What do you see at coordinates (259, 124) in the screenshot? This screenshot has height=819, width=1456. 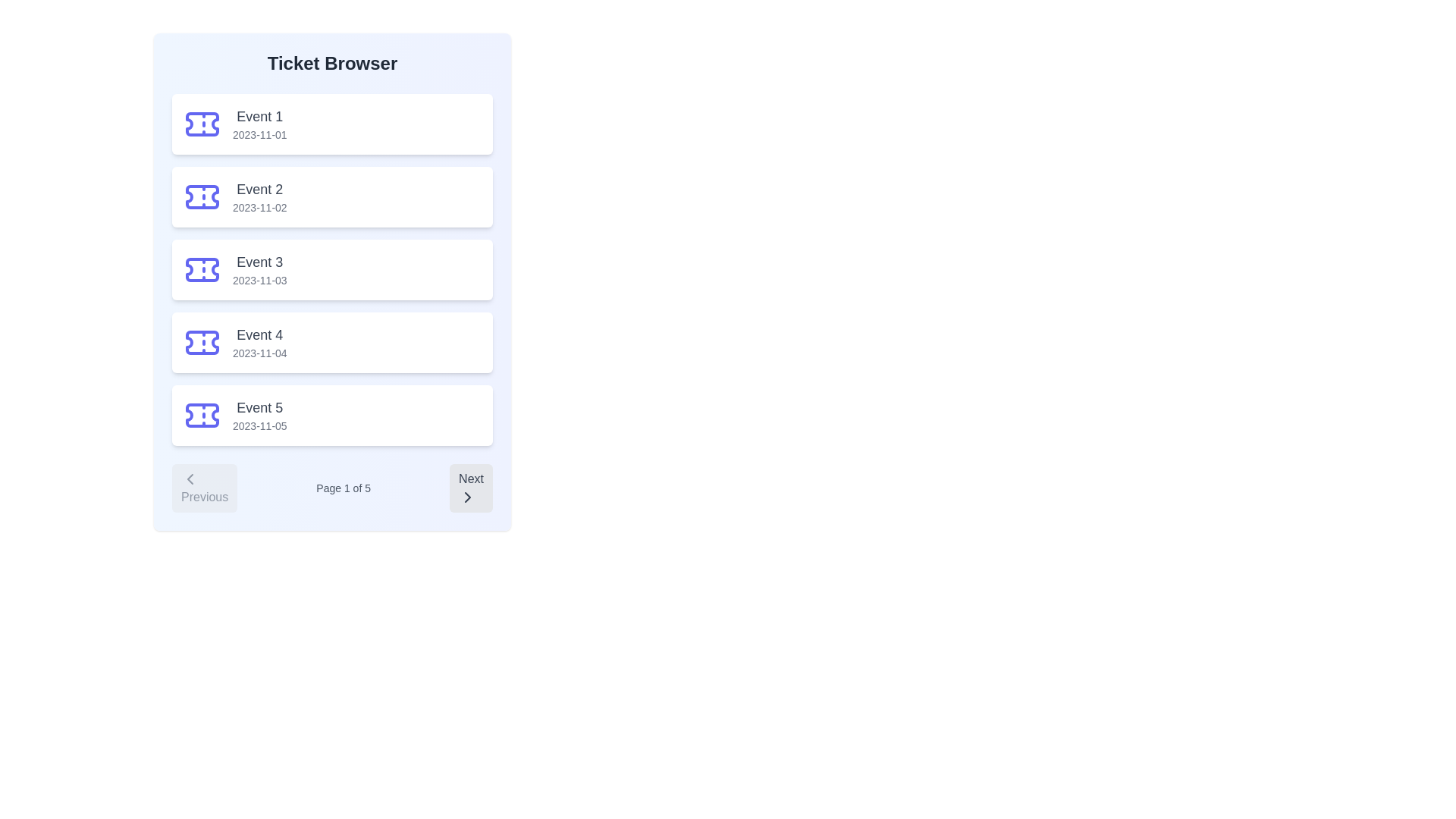 I see `the first item` at bounding box center [259, 124].